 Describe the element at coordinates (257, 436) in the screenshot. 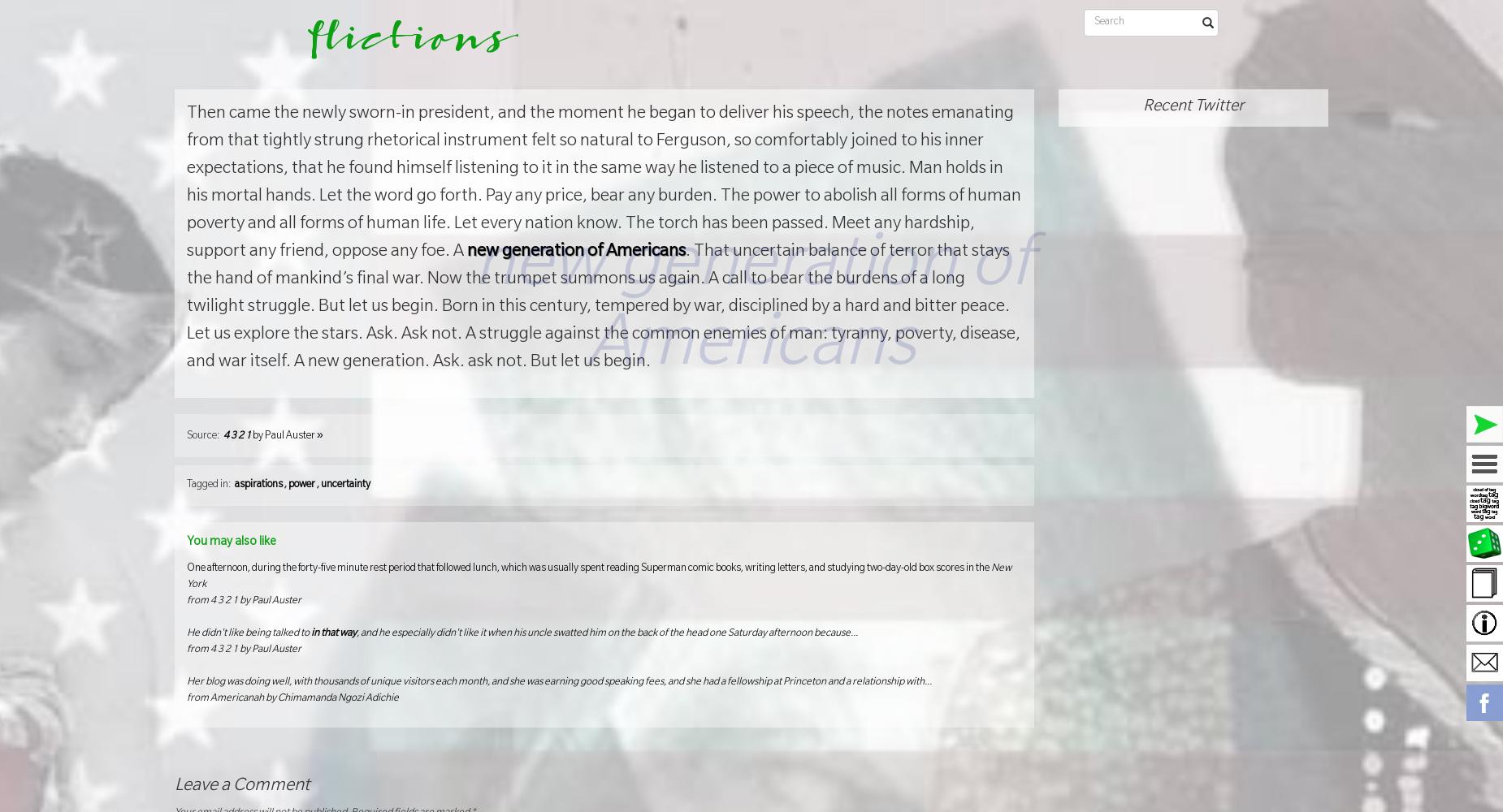

I see `'by'` at that location.